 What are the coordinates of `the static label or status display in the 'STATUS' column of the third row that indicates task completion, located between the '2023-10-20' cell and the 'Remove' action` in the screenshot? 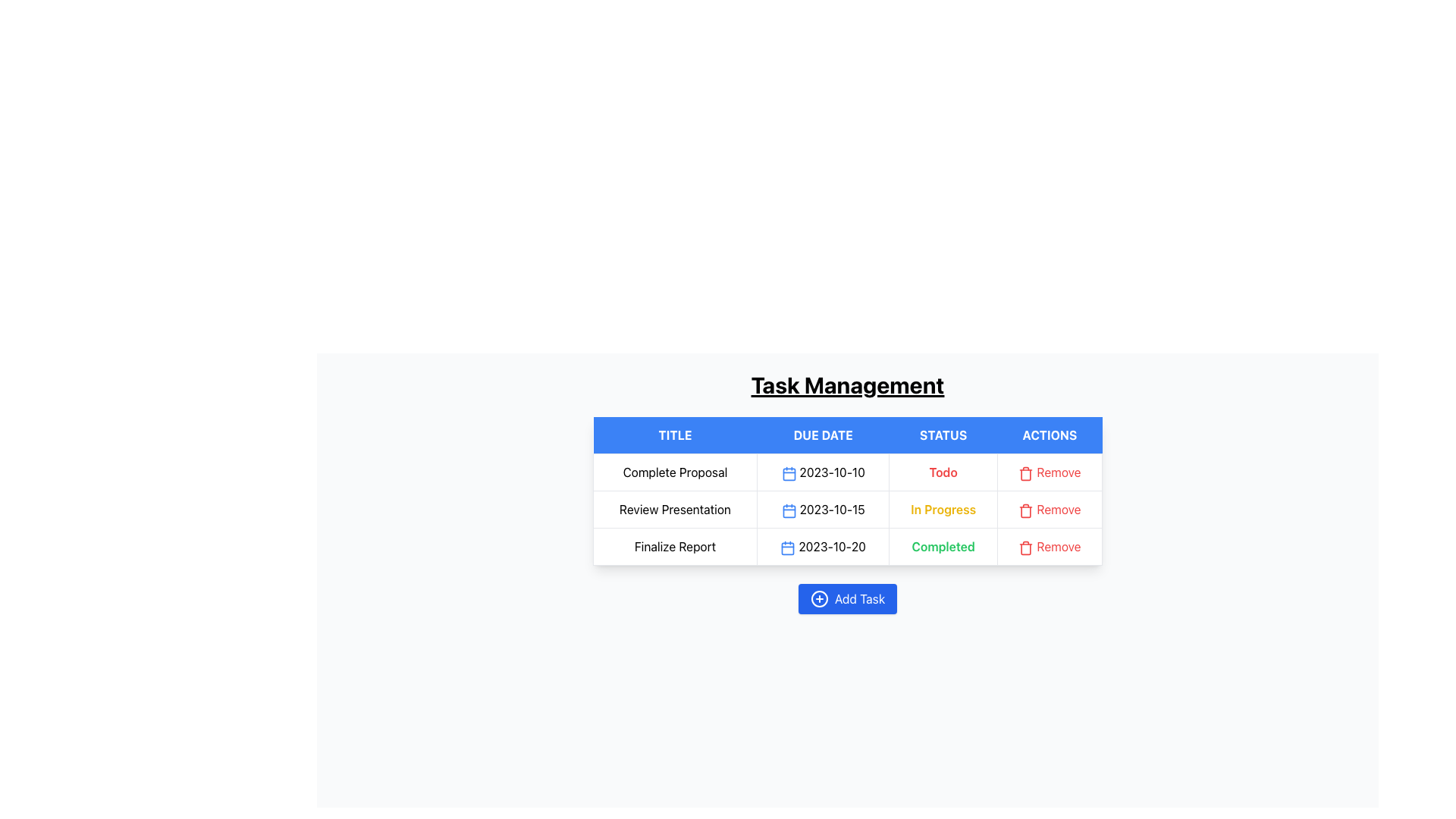 It's located at (943, 547).